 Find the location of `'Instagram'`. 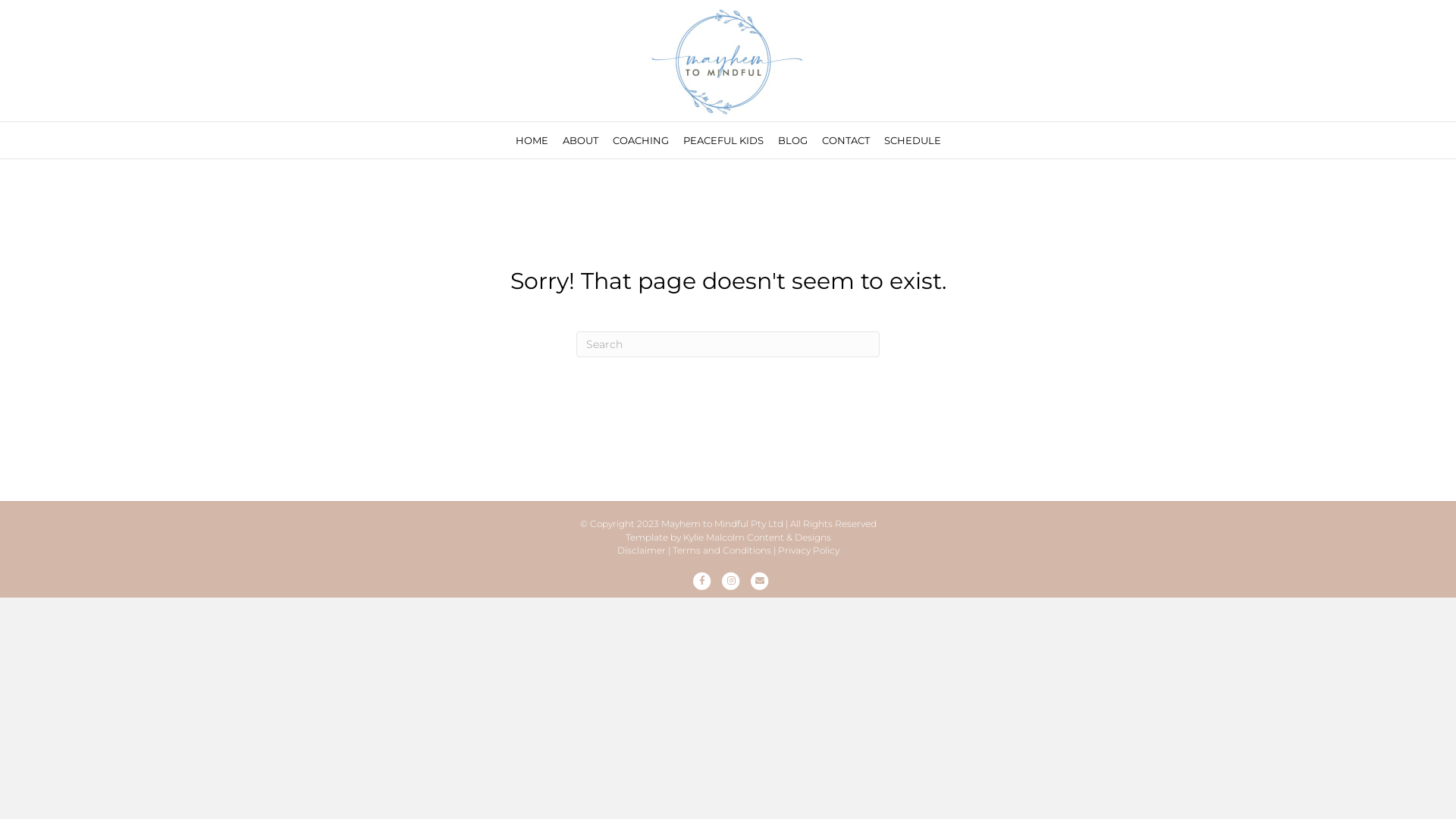

'Instagram' is located at coordinates (719, 580).